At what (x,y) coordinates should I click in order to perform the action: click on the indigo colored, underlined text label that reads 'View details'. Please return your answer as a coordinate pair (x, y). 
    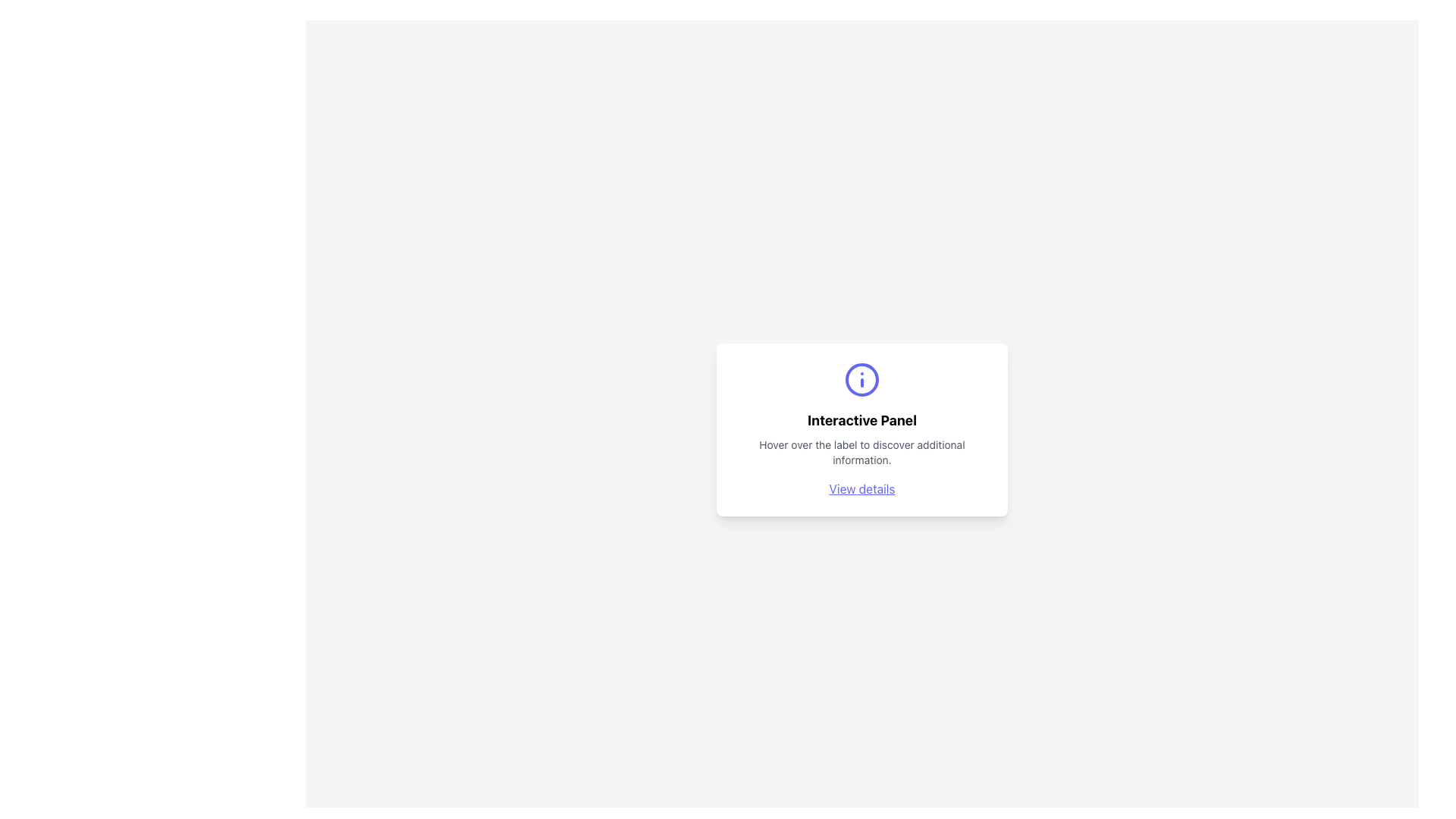
    Looking at the image, I should click on (862, 488).